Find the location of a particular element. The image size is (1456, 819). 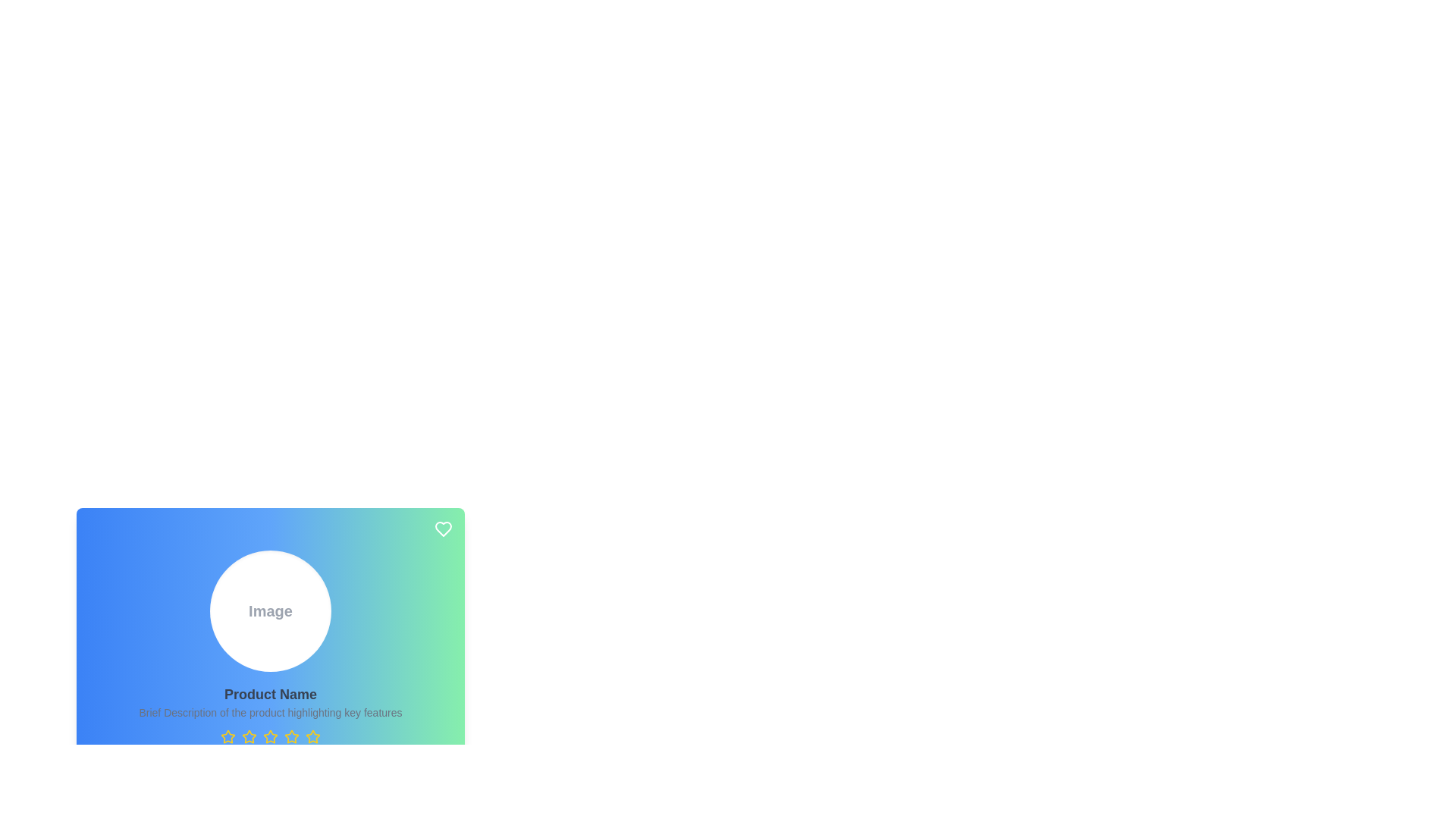

the Graphical Placeholder, a circular component with a white background and centered text displaying 'Image' in gray, bold font is located at coordinates (270, 610).